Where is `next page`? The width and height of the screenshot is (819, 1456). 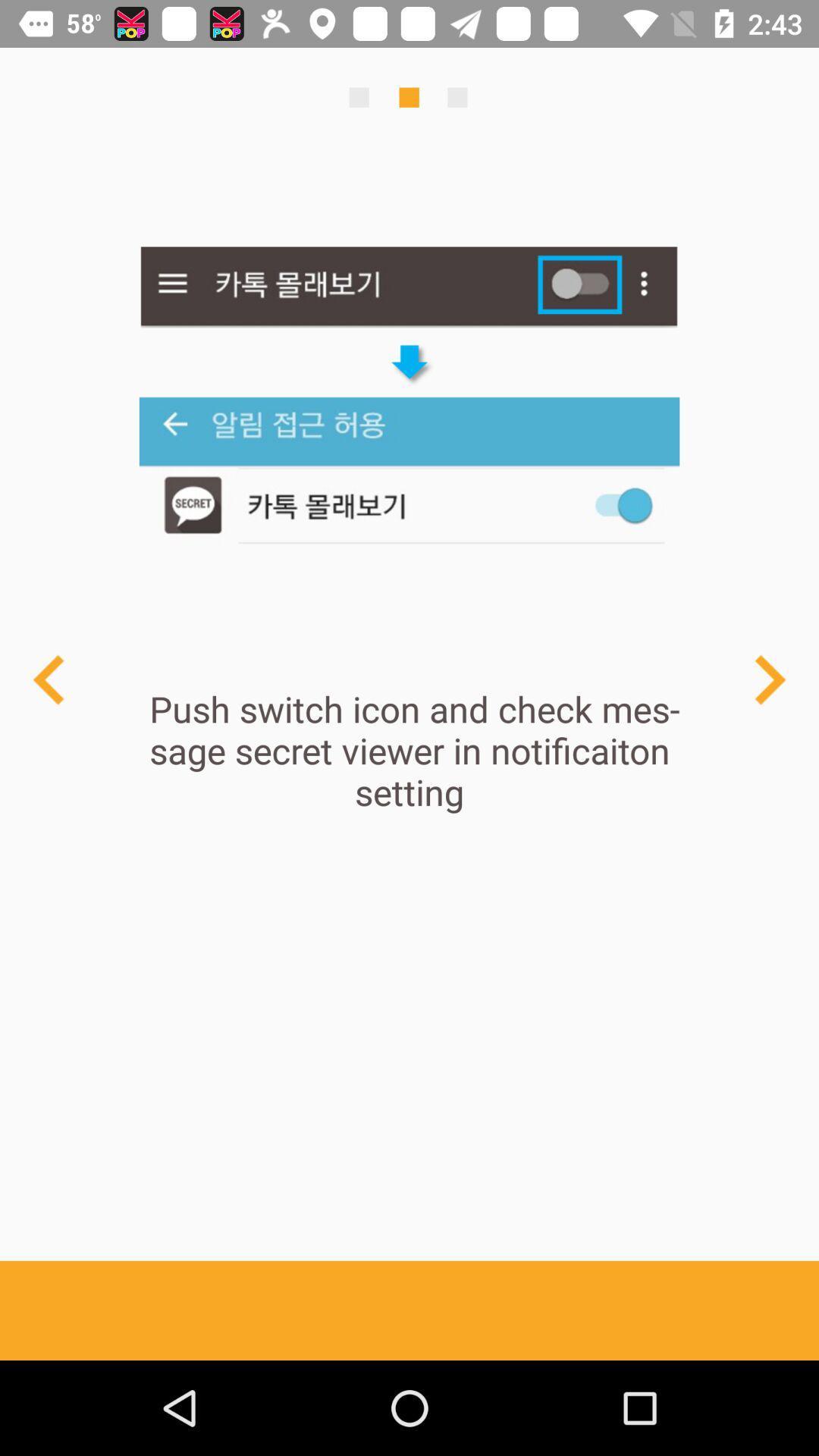
next page is located at coordinates (769, 679).